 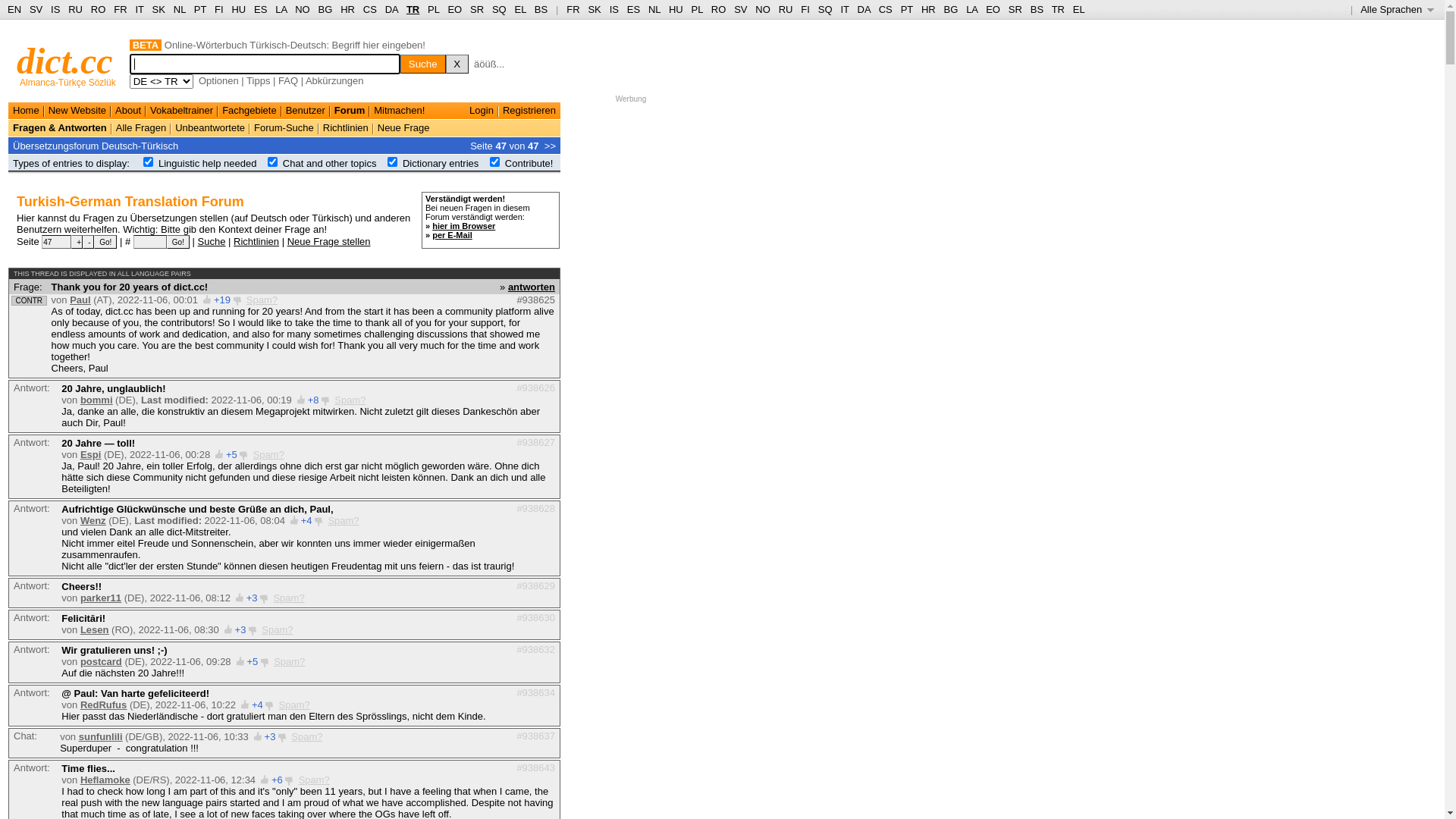 I want to click on 'Chat and other topics', so click(x=329, y=163).